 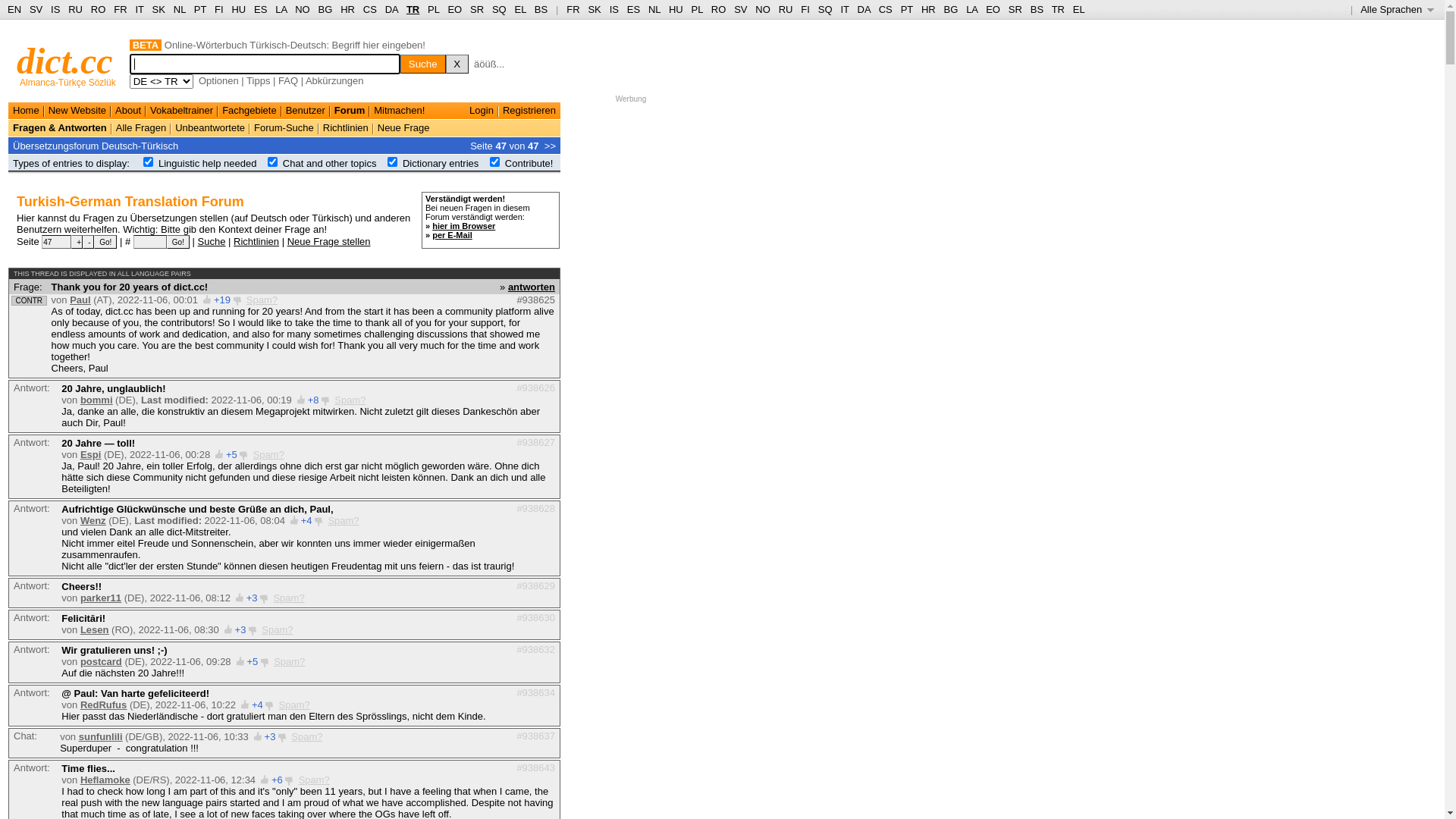 I want to click on 'Chat and other topics', so click(x=329, y=163).